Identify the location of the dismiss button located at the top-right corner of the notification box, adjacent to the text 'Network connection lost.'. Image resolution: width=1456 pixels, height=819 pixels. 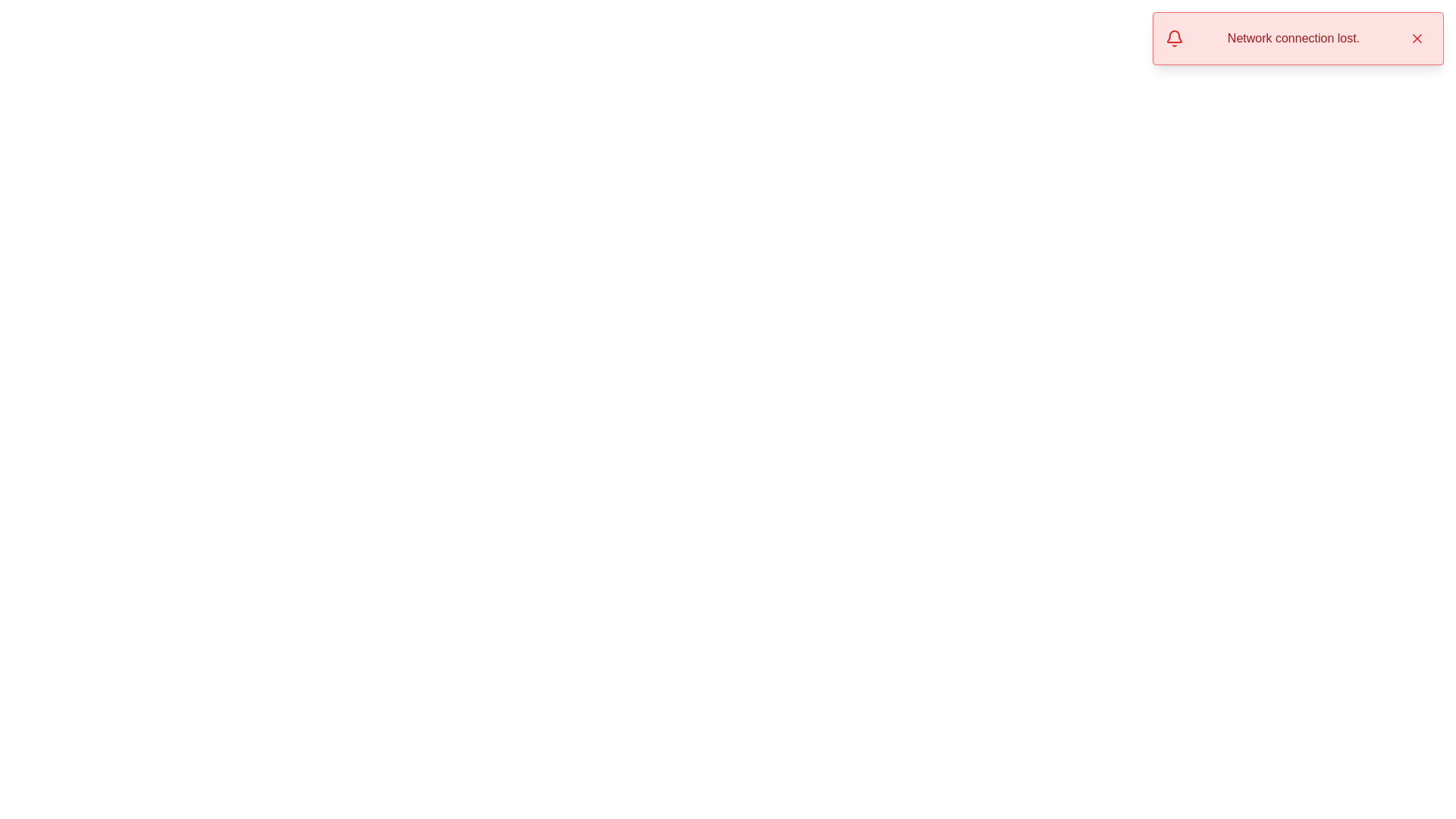
(1416, 37).